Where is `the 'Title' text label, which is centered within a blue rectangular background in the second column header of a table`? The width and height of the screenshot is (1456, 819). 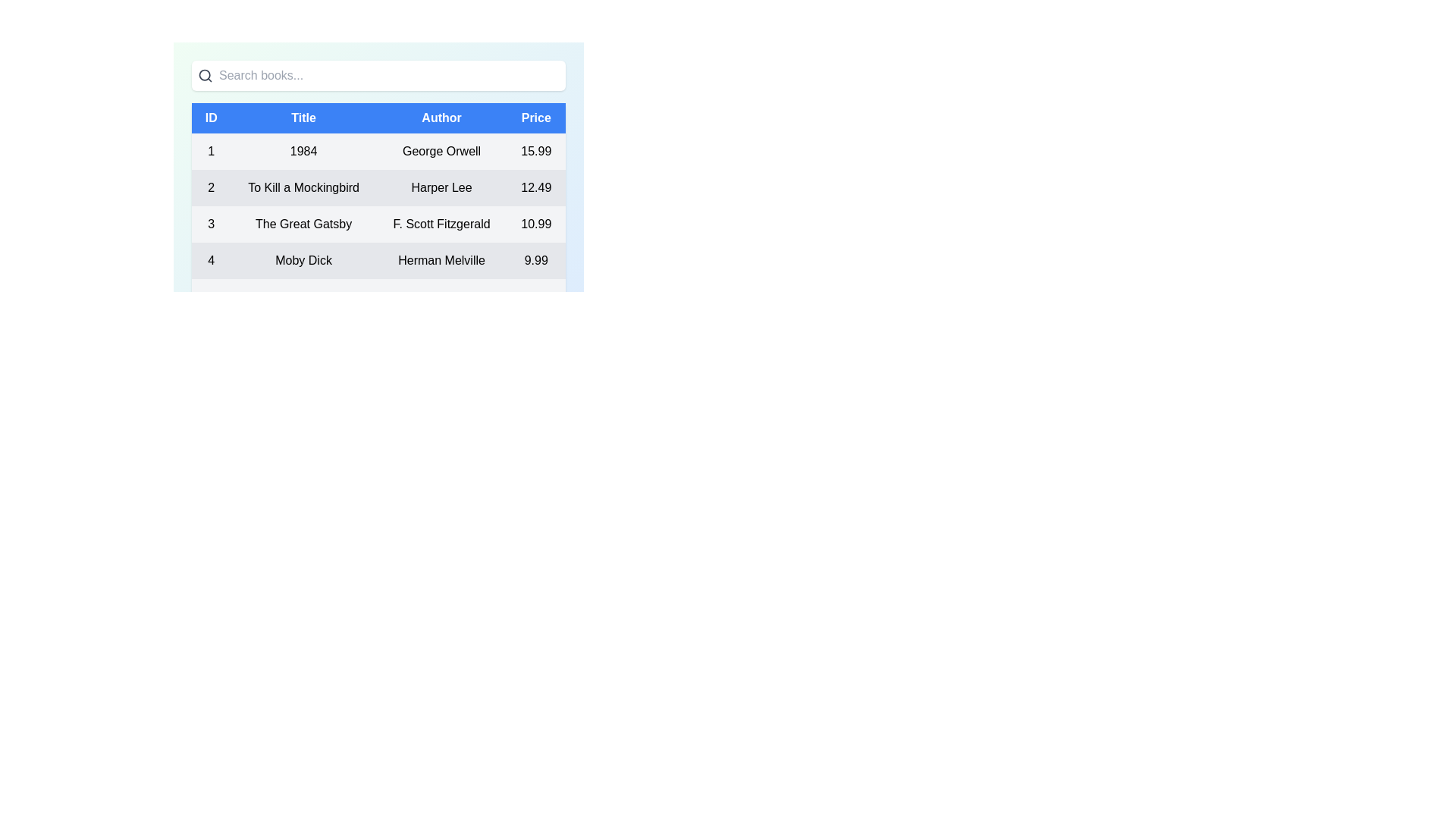
the 'Title' text label, which is centered within a blue rectangular background in the second column header of a table is located at coordinates (303, 117).